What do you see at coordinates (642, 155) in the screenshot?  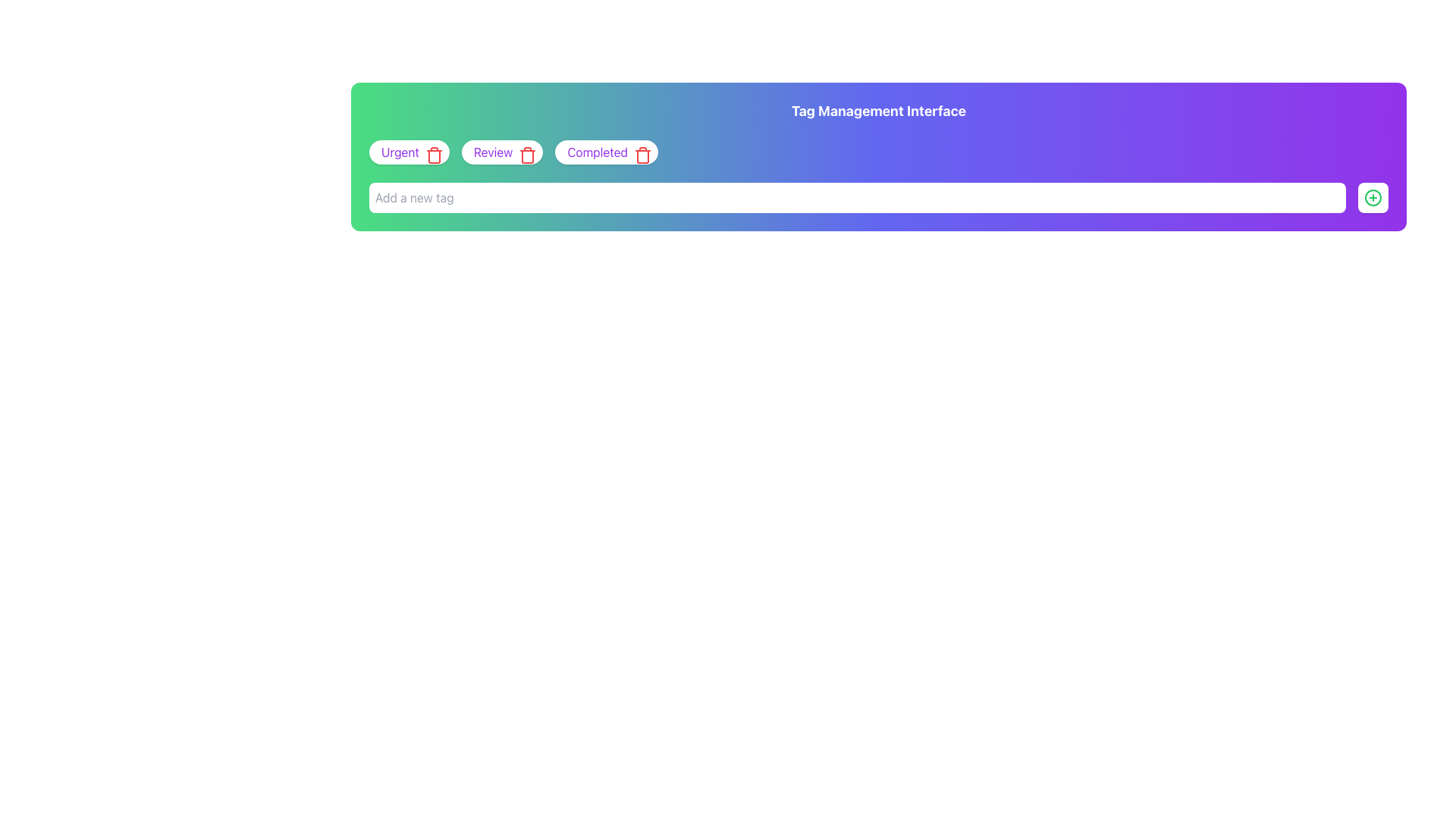 I see `the delete icon button for the 'Completed' tag located on the rightmost side of the tag group` at bounding box center [642, 155].